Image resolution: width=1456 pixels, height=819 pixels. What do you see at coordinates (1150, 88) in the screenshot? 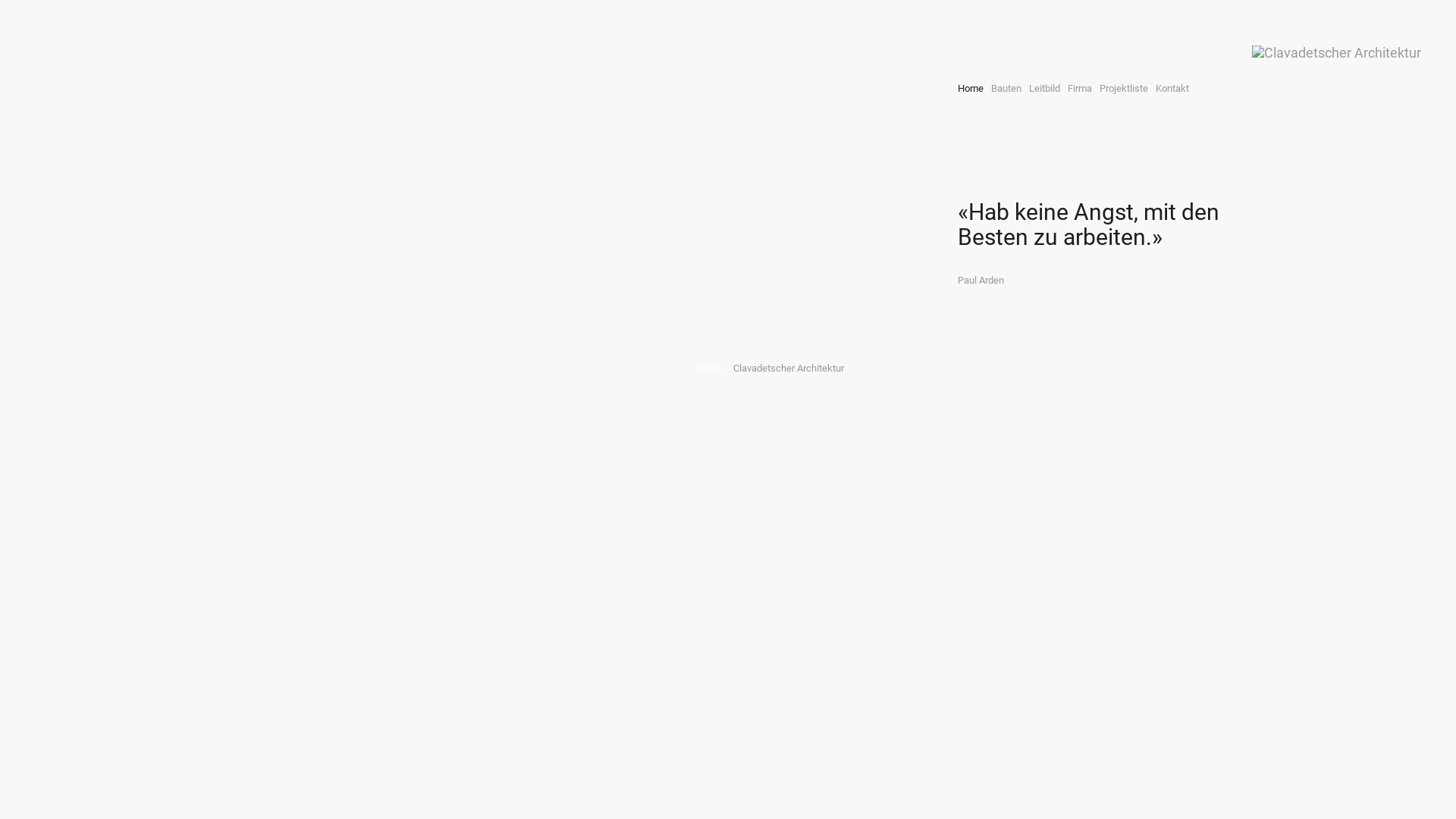
I see `'Kontakt'` at bounding box center [1150, 88].